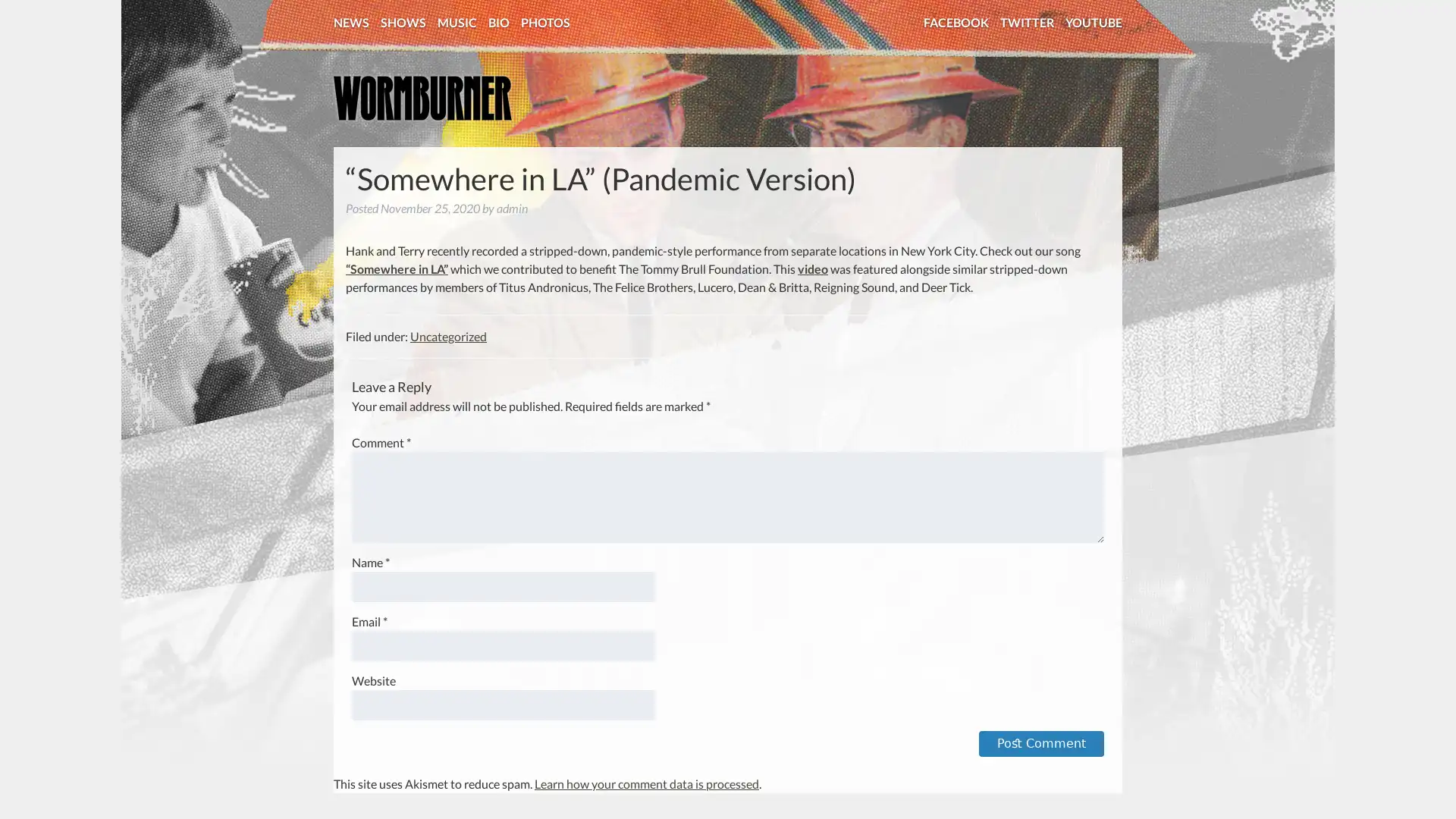 The image size is (1456, 819). Describe the element at coordinates (1040, 742) in the screenshot. I see `Post Comment` at that location.